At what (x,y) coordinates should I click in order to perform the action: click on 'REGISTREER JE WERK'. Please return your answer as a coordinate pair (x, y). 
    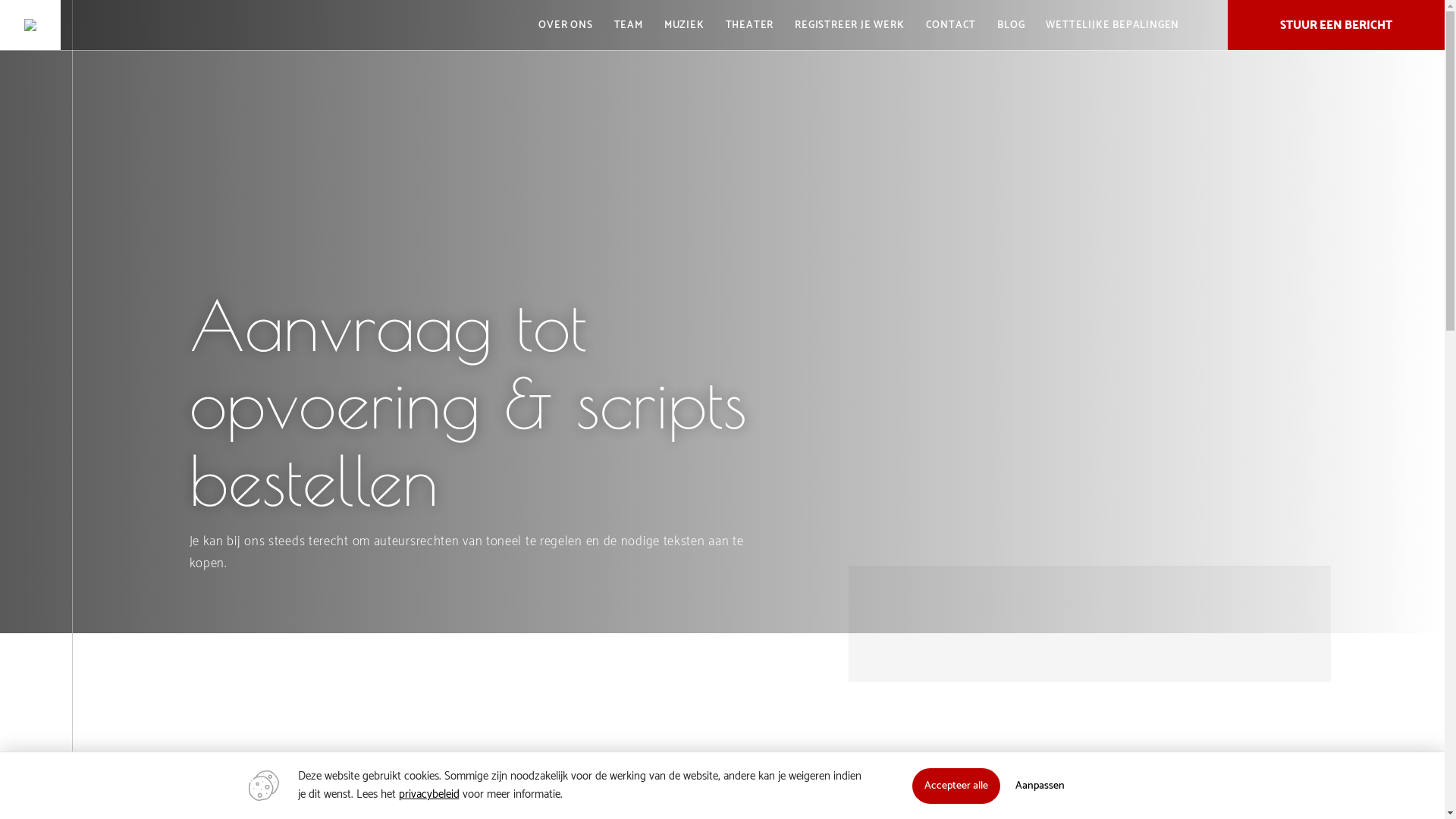
    Looking at the image, I should click on (848, 25).